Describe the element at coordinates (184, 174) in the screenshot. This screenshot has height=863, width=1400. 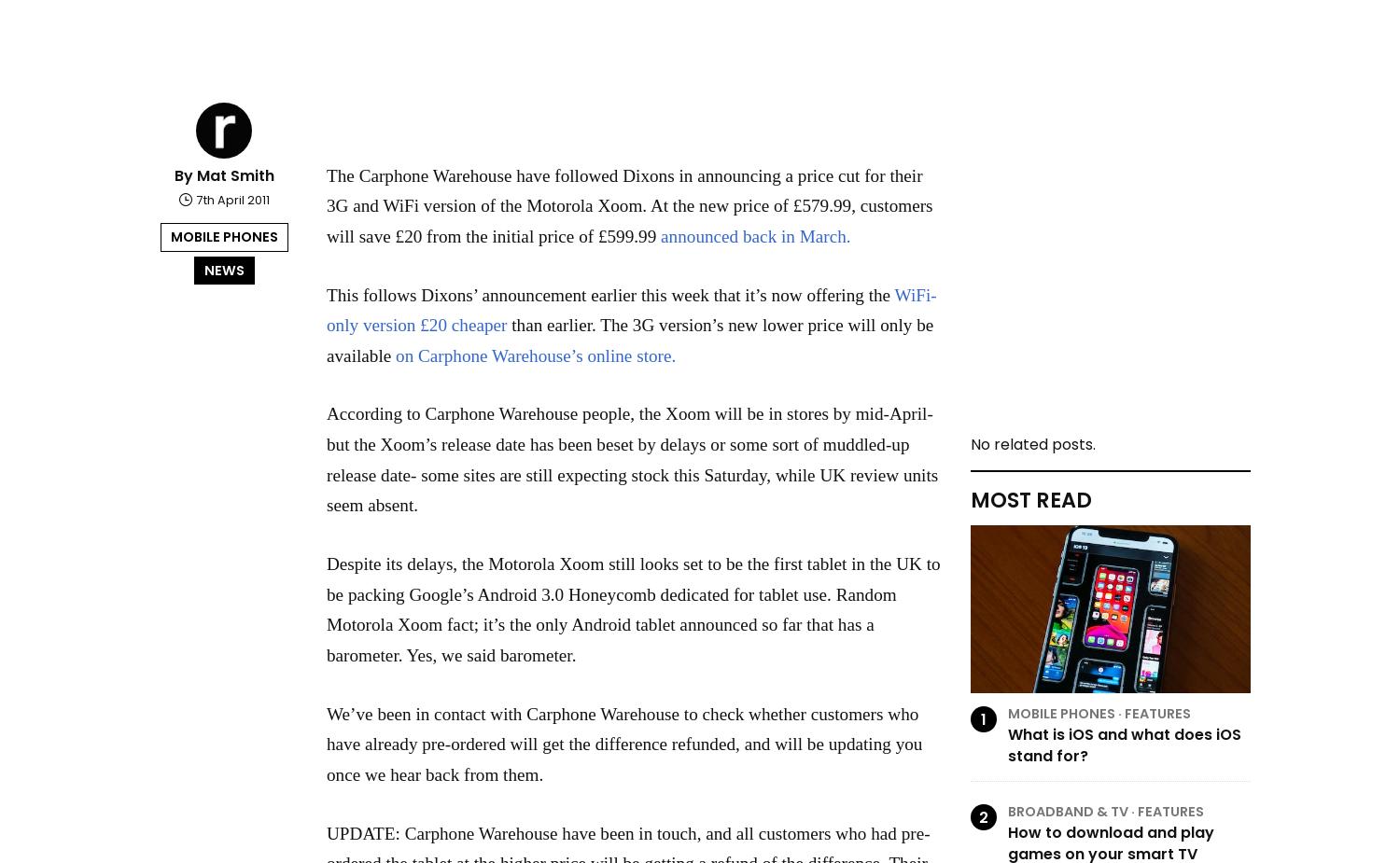
I see `'By'` at that location.